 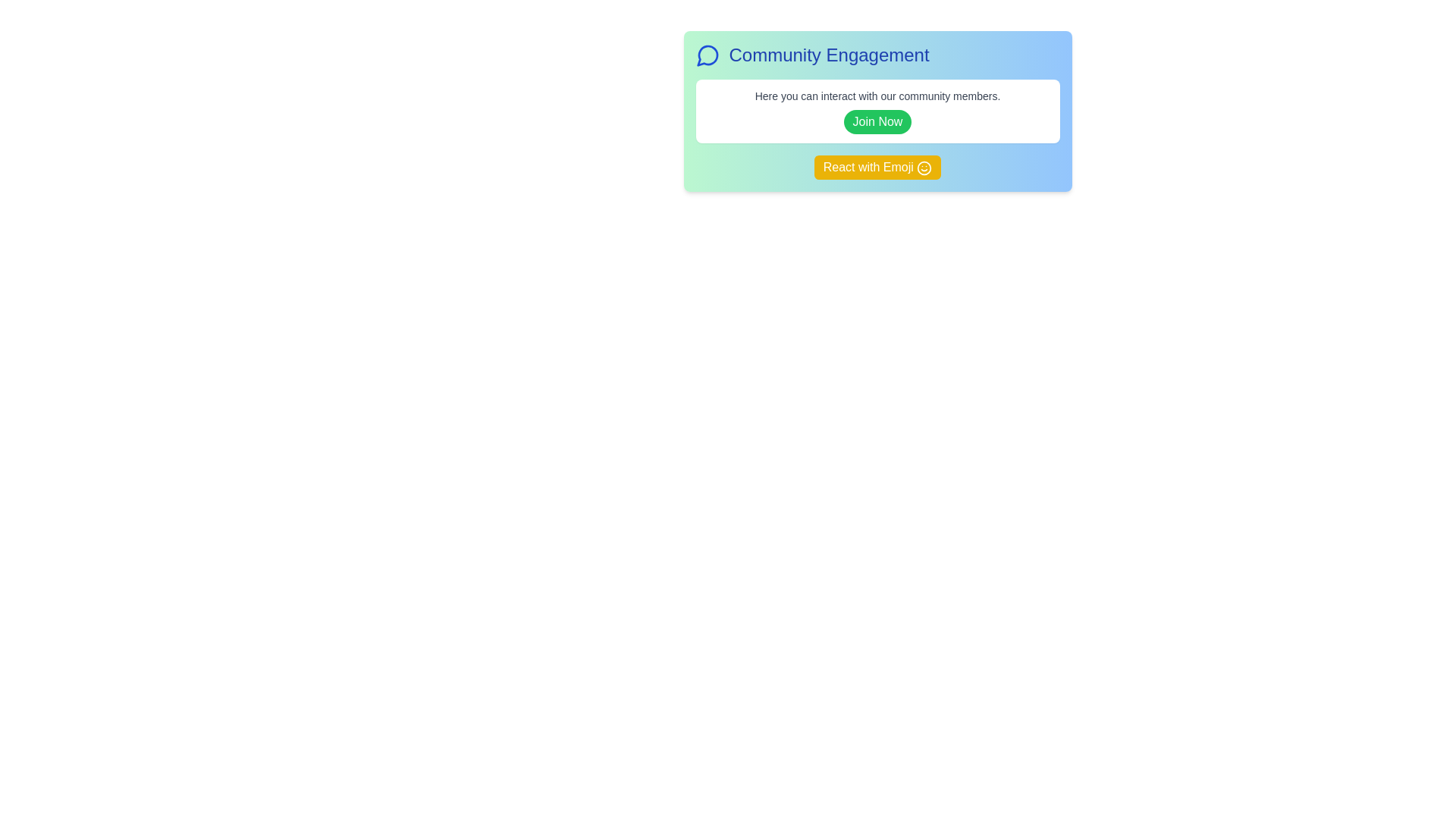 I want to click on the 'React with Emoji' button, which has a yellow background and white text, located centrally at the bottom of the 'Community Engagement' box, so click(x=877, y=167).